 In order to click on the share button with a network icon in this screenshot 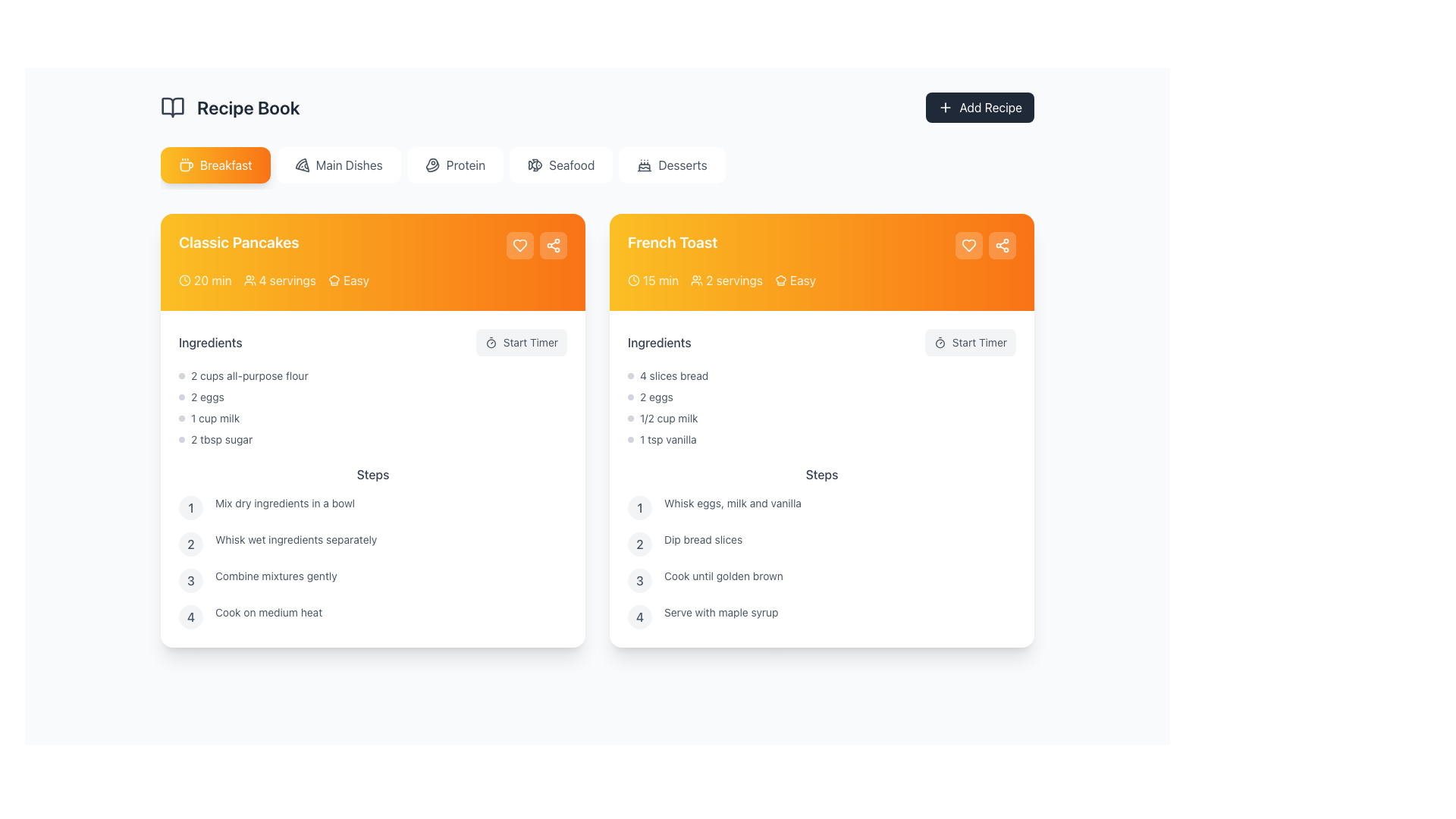, I will do `click(552, 245)`.